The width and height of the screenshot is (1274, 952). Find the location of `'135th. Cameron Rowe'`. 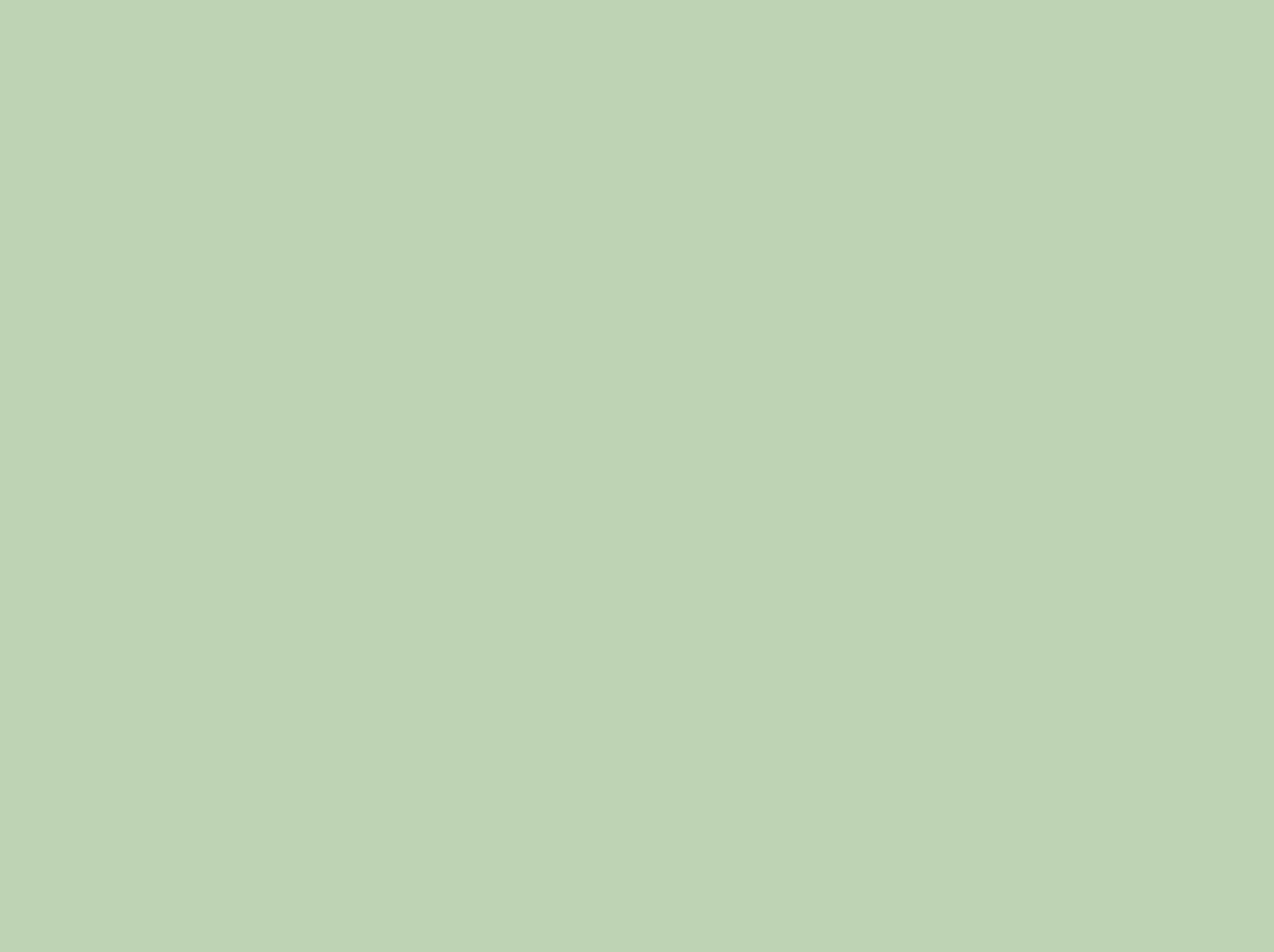

'135th. Cameron Rowe' is located at coordinates (547, 784).